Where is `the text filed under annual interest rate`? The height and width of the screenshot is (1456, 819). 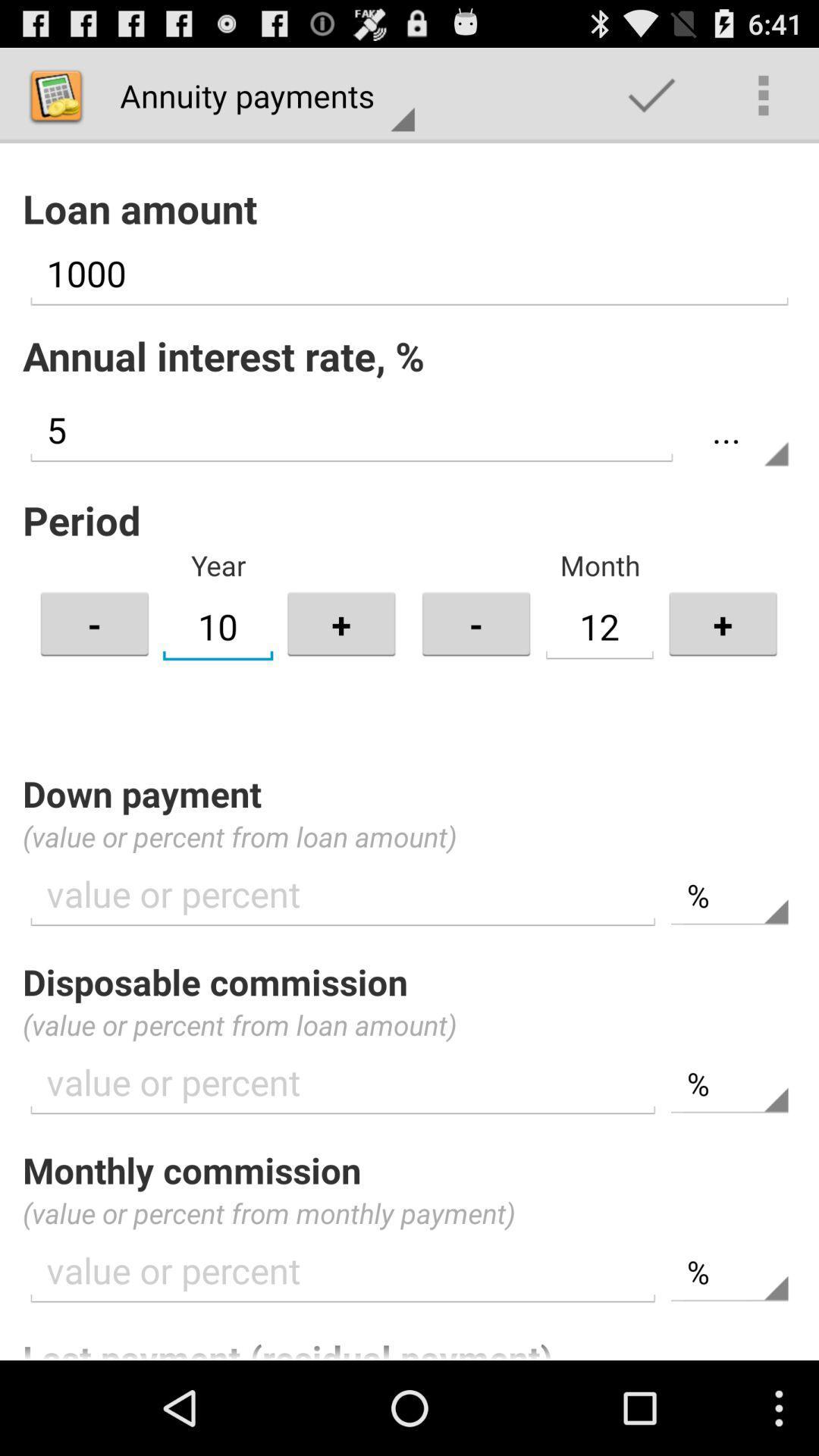
the text filed under annual interest rate is located at coordinates (351, 429).